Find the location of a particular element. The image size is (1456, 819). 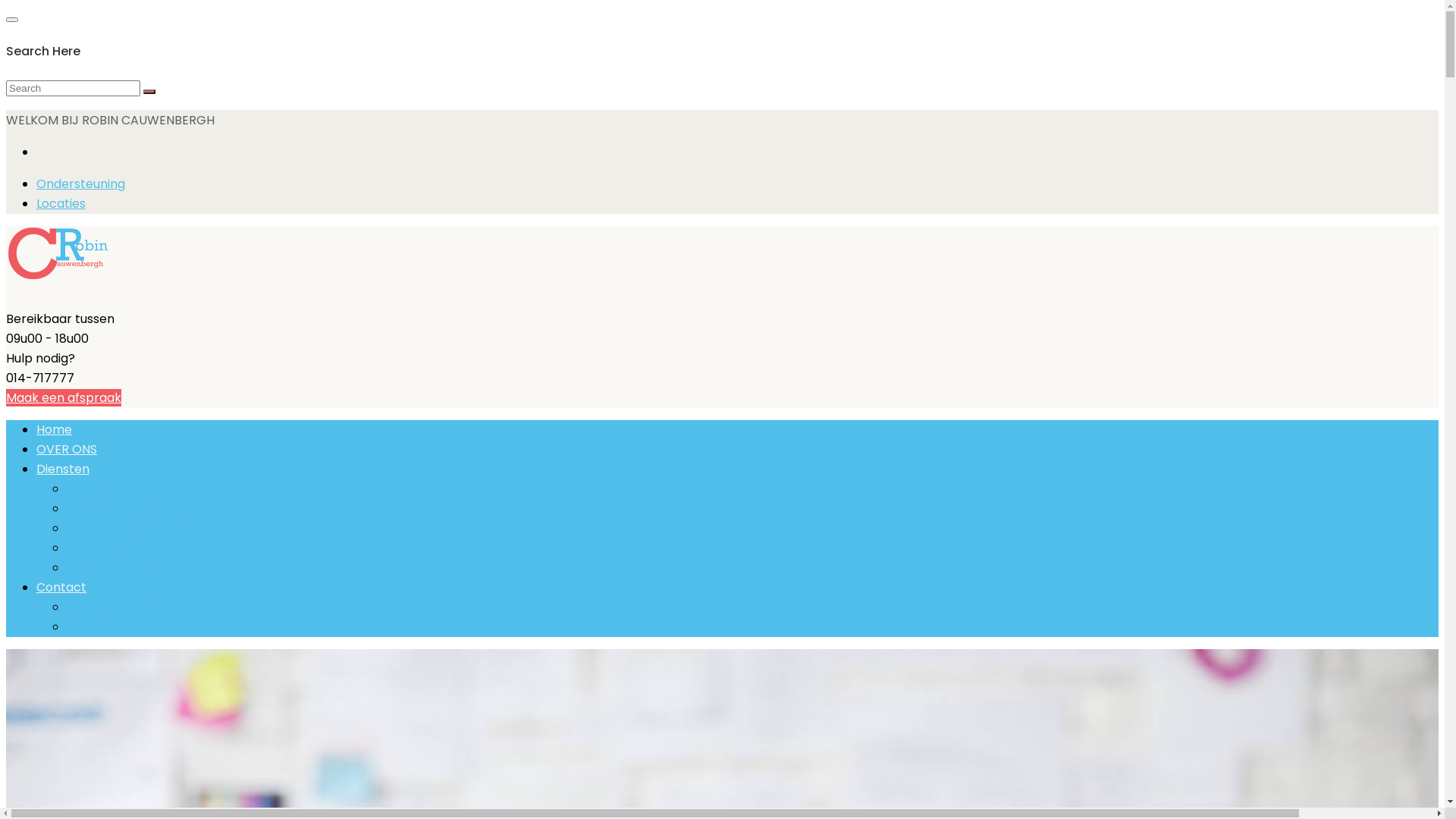

'PC & MAC Computers' is located at coordinates (65, 488).